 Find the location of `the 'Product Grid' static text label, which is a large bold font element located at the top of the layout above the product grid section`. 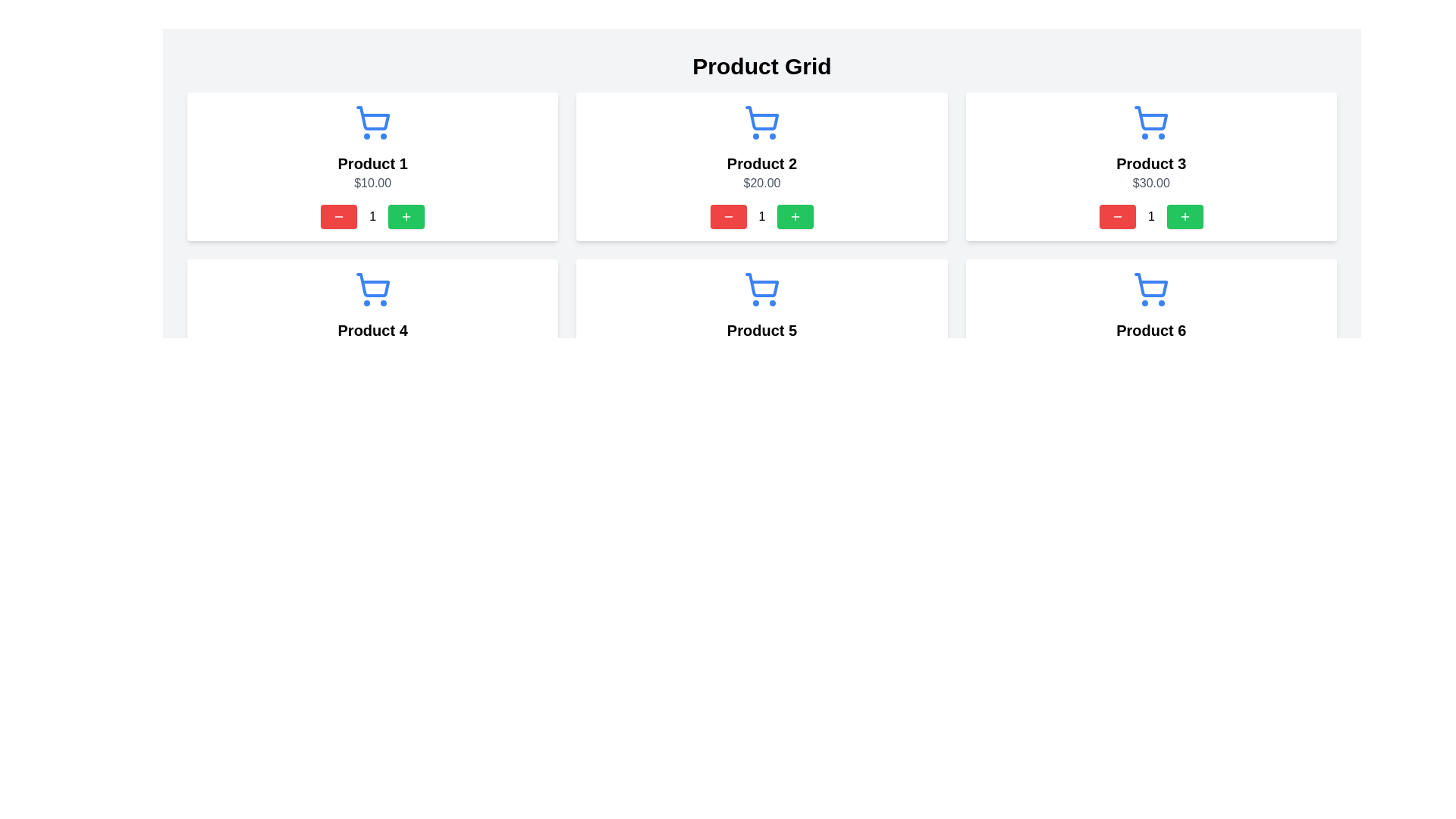

the 'Product Grid' static text label, which is a large bold font element located at the top of the layout above the product grid section is located at coordinates (761, 66).